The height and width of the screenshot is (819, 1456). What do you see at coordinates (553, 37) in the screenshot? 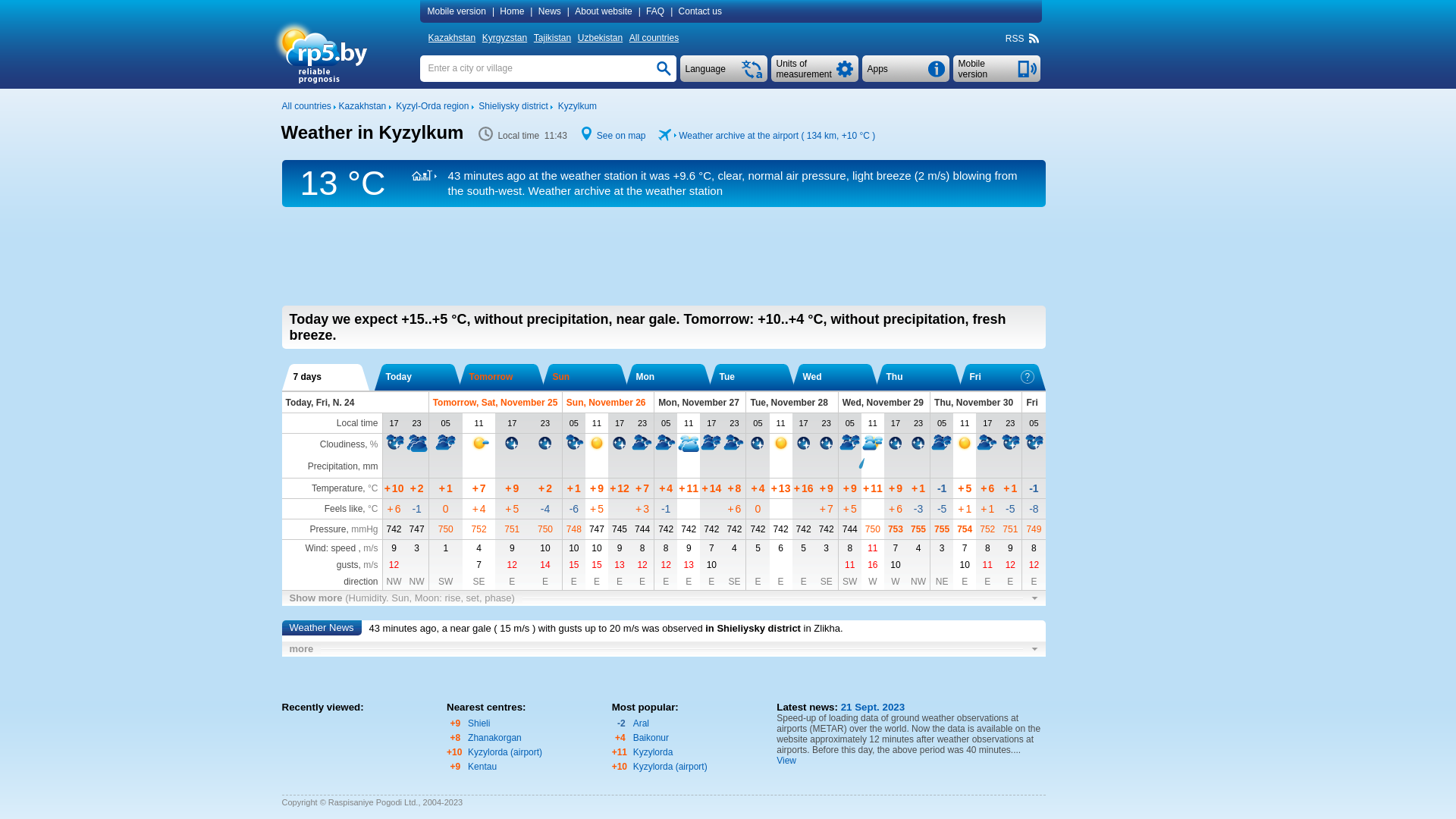
I see `'Tajikistan'` at bounding box center [553, 37].